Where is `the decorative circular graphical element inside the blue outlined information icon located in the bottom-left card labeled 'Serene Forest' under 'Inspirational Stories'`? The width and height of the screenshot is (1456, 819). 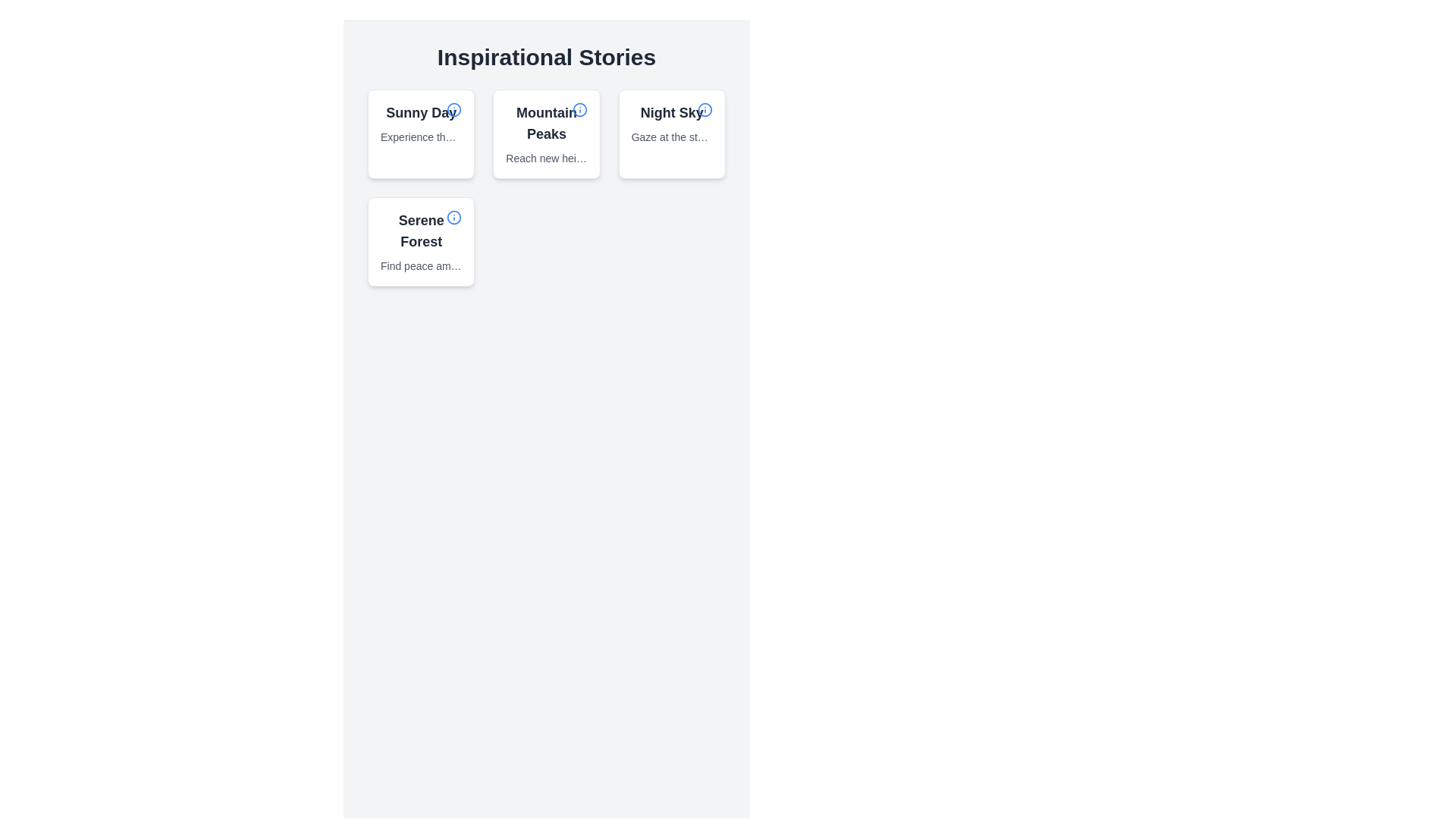
the decorative circular graphical element inside the blue outlined information icon located in the bottom-left card labeled 'Serene Forest' under 'Inspirational Stories' is located at coordinates (453, 217).